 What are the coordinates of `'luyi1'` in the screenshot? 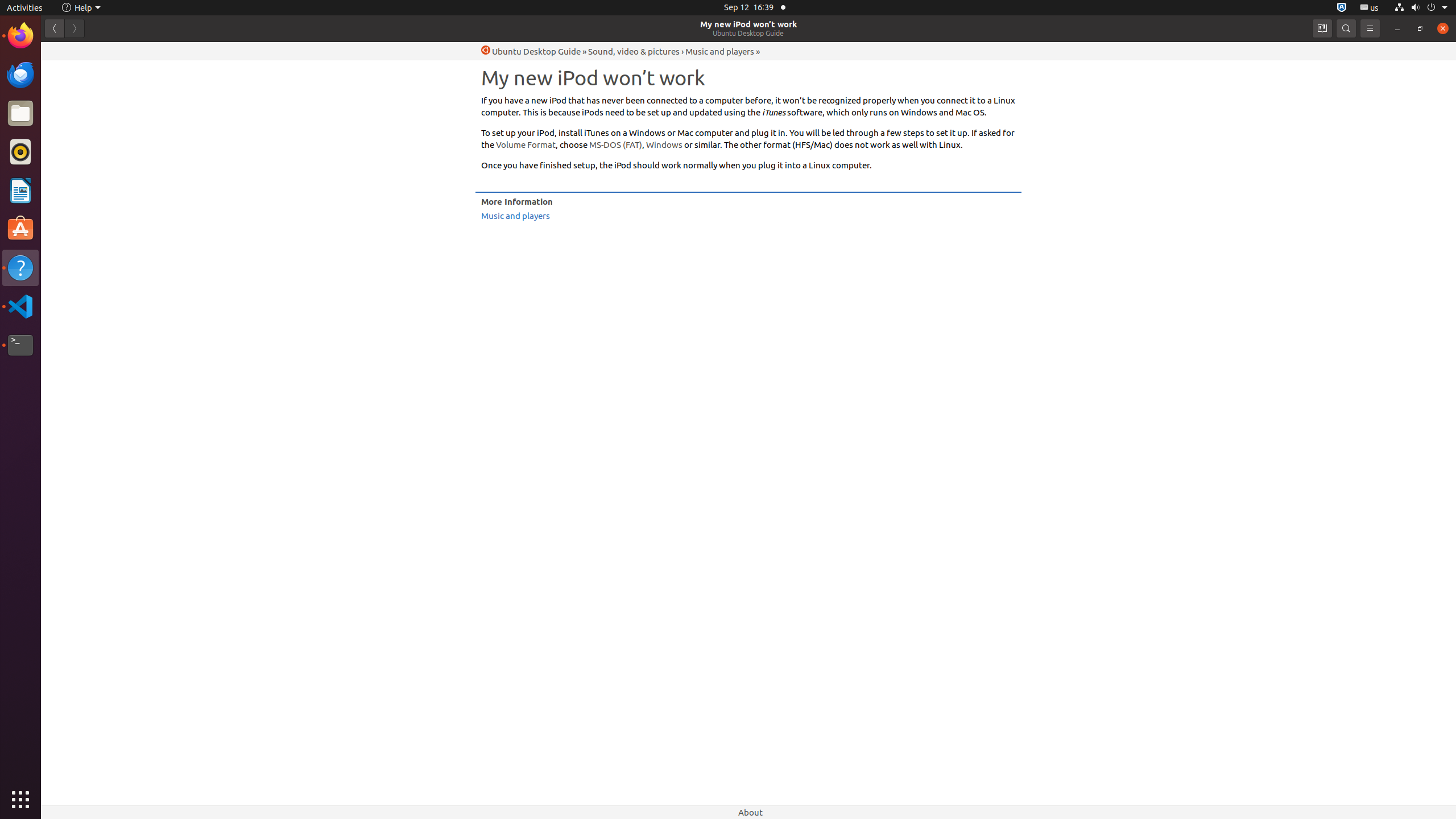 It's located at (76, 50).